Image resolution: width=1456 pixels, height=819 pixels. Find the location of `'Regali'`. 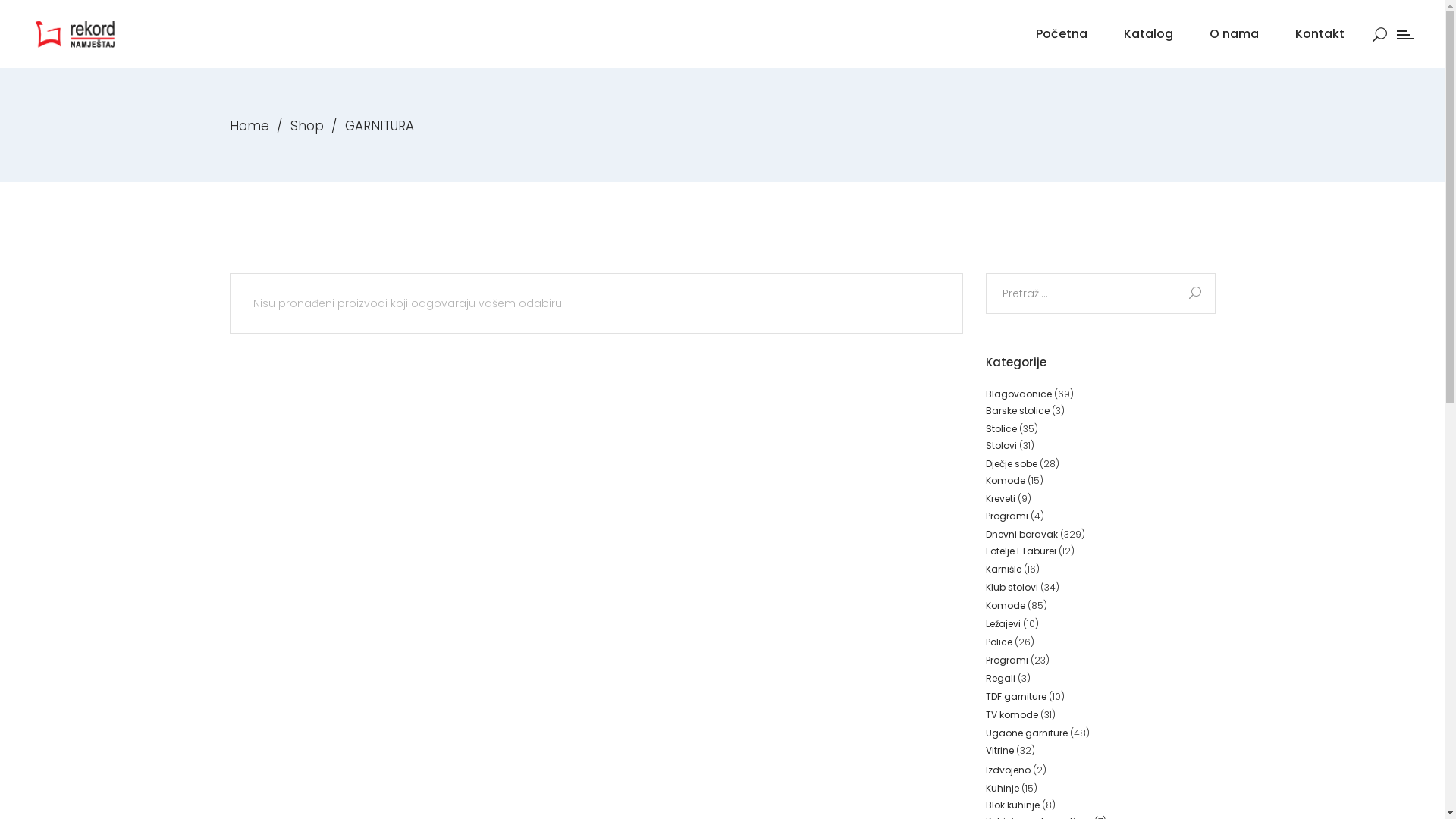

'Regali' is located at coordinates (986, 677).